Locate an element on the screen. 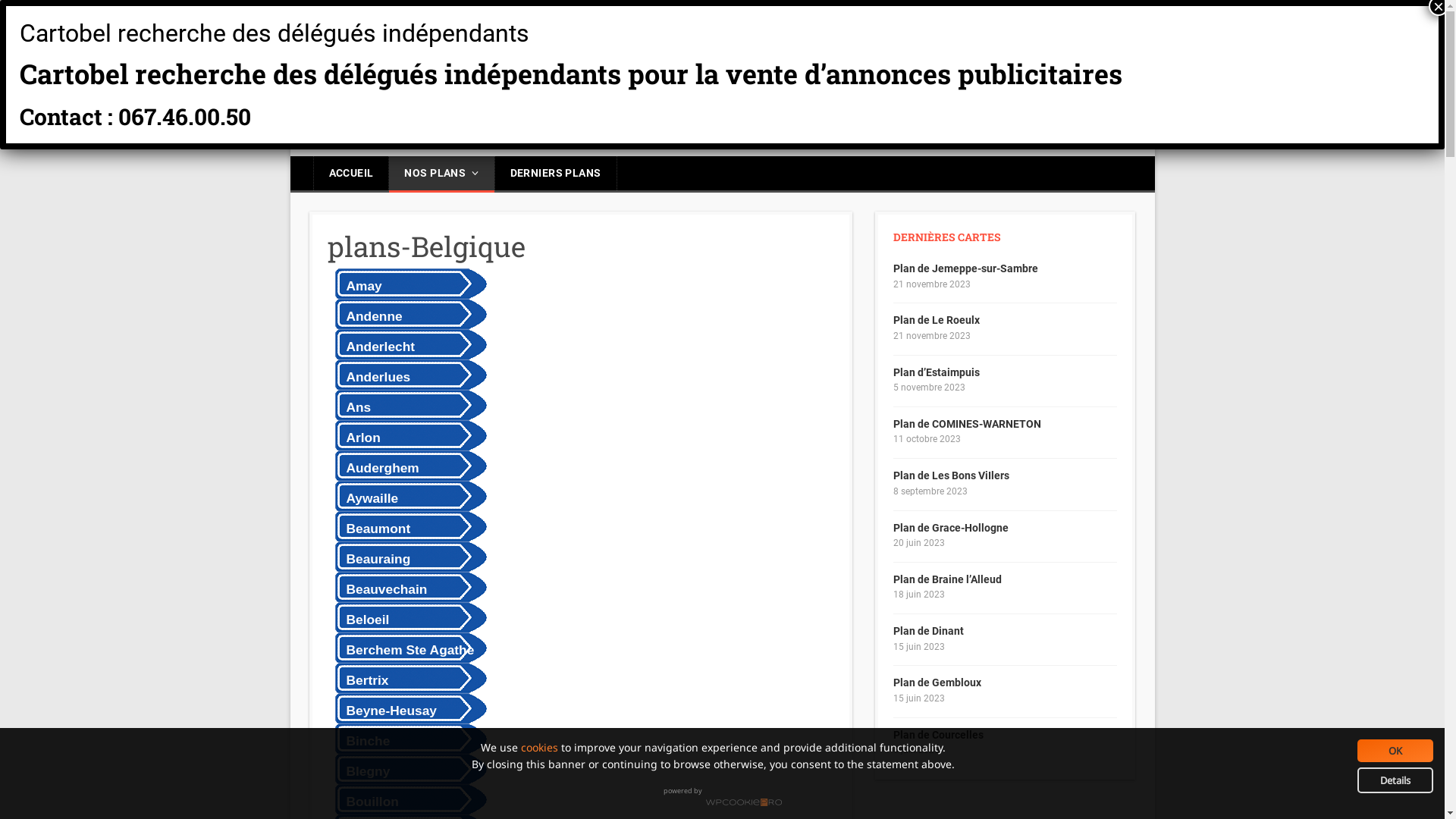 The width and height of the screenshot is (1456, 819). 'Bouillon' is located at coordinates (407, 798).